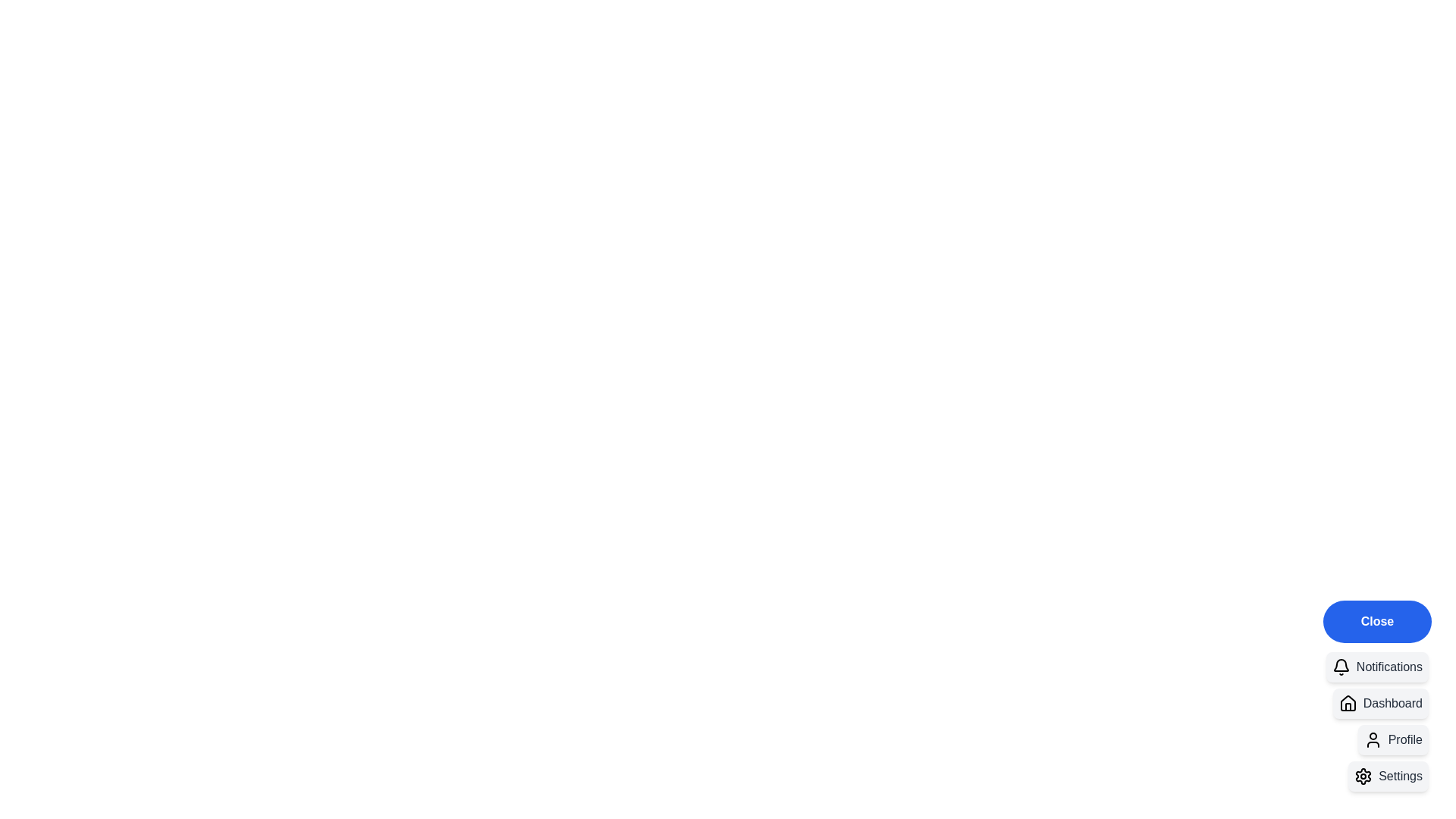  Describe the element at coordinates (1376, 622) in the screenshot. I see `the 'Close' button to toggle the speed dial menu closed` at that location.